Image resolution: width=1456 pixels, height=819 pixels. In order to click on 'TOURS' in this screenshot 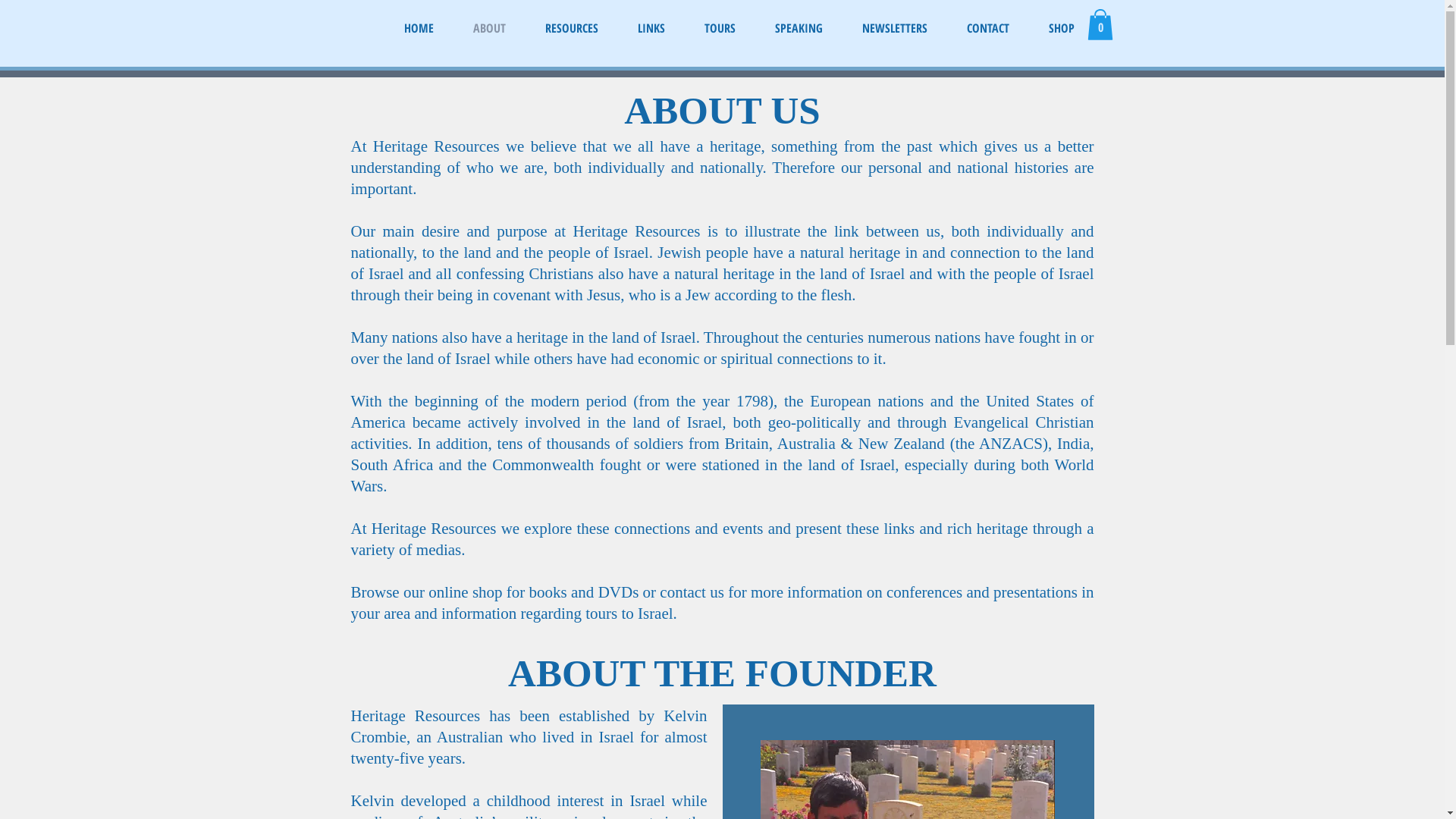, I will do `click(718, 25)`.